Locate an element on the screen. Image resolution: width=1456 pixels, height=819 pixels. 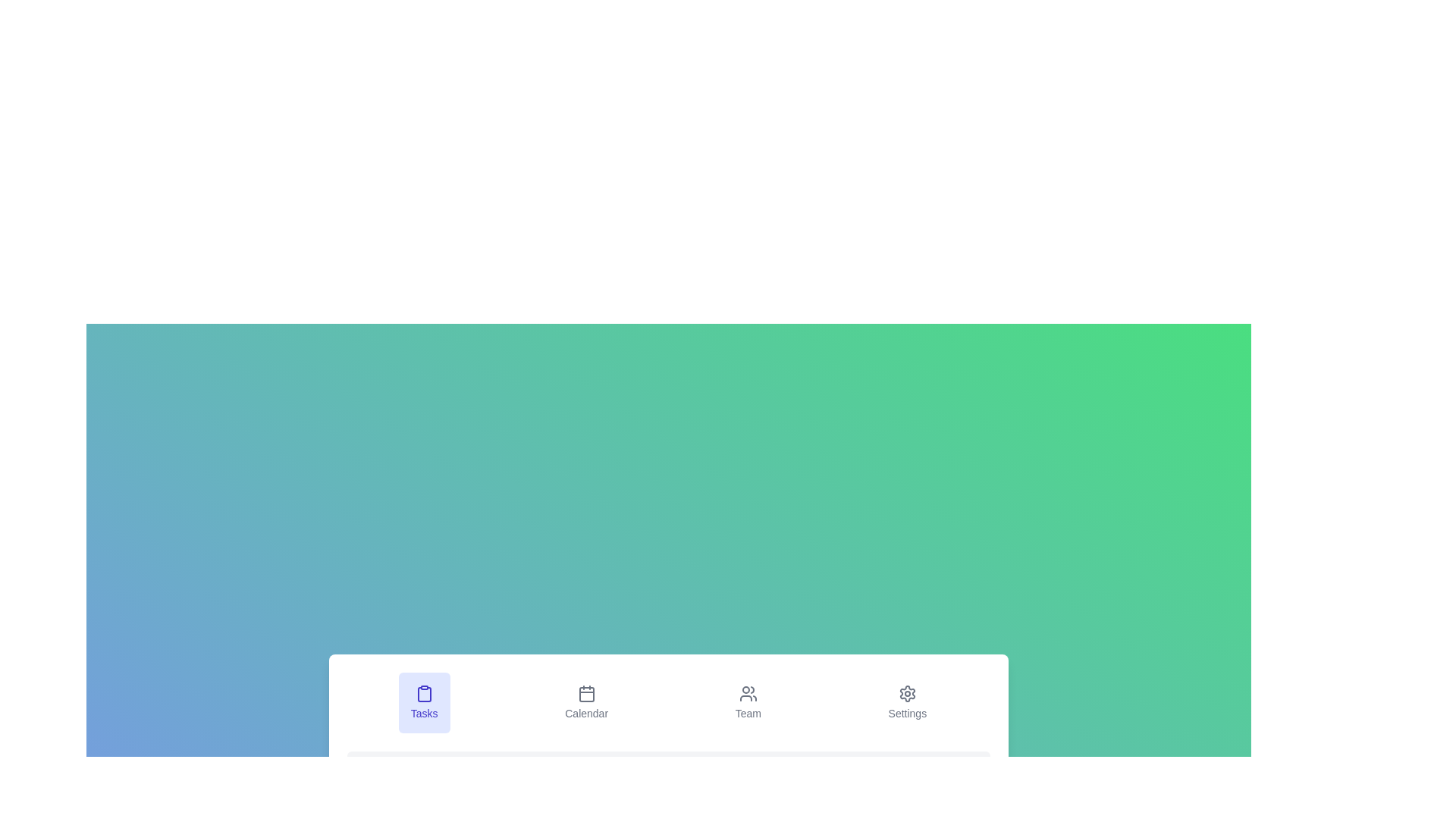
the 'Team' icon located in the bottom navigation bar is located at coordinates (748, 693).